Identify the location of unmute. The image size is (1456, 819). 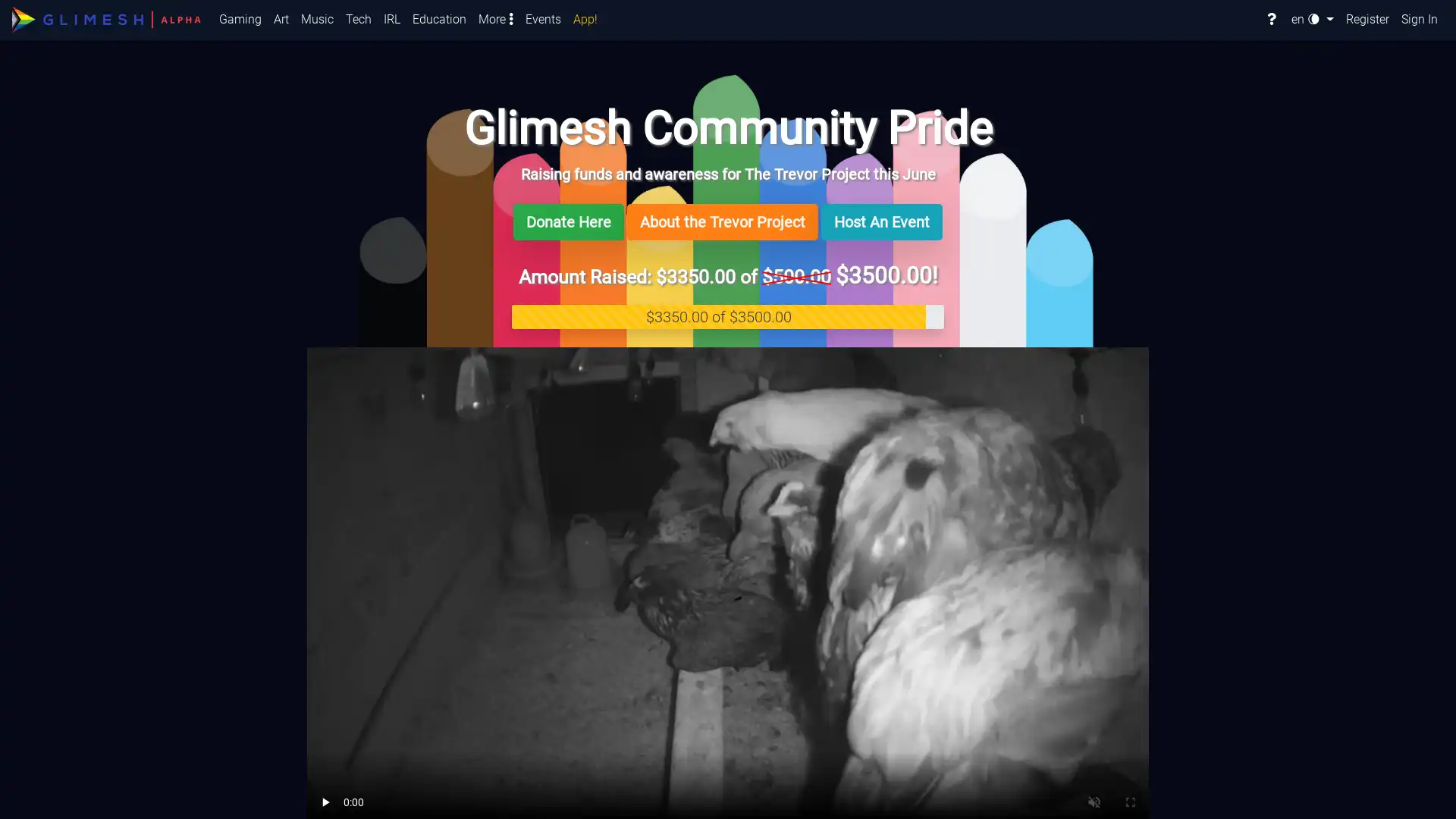
(375, 799).